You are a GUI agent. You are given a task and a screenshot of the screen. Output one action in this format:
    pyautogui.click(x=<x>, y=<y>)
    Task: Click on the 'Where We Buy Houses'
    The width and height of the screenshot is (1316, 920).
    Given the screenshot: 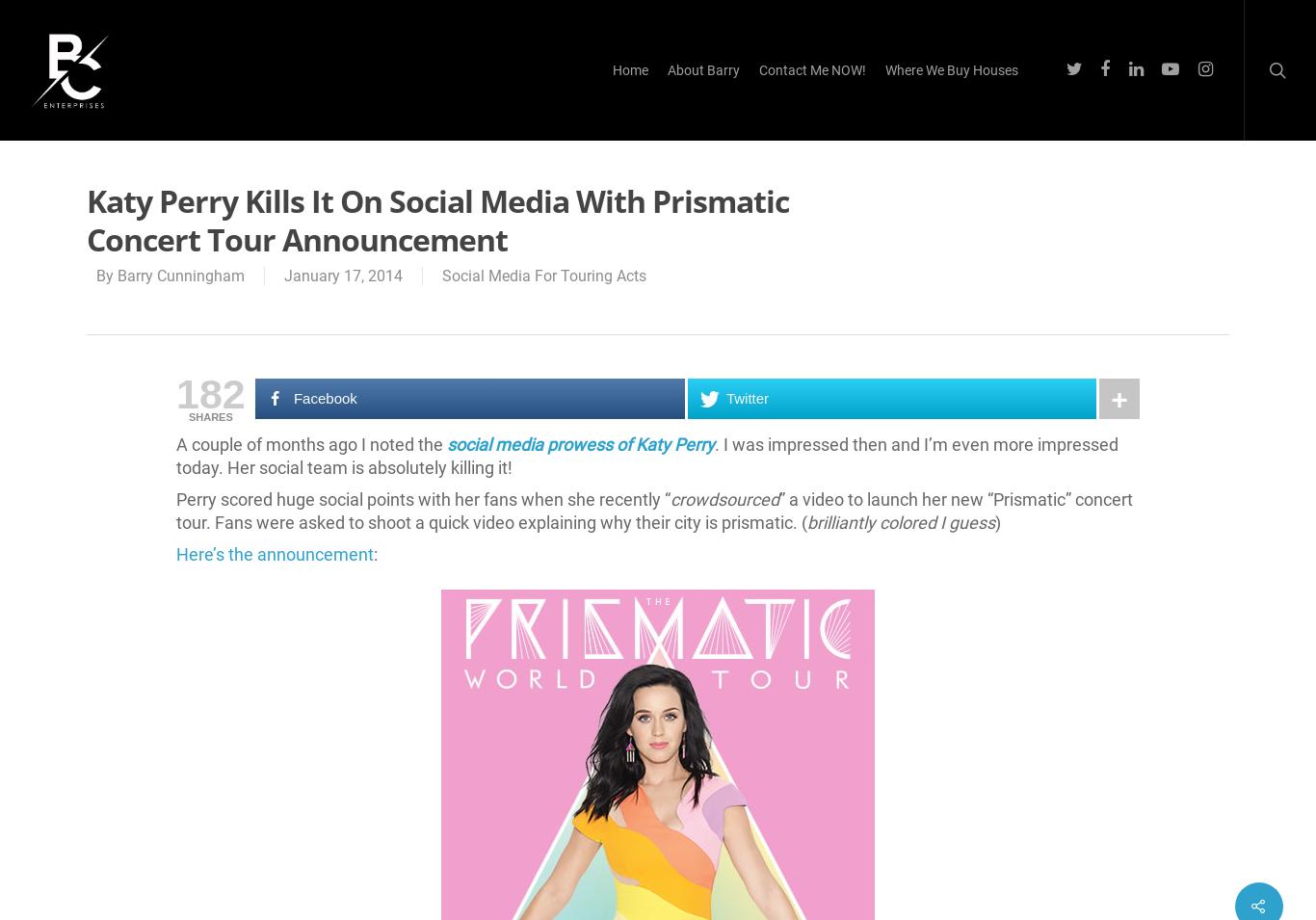 What is the action you would take?
    pyautogui.click(x=952, y=68)
    